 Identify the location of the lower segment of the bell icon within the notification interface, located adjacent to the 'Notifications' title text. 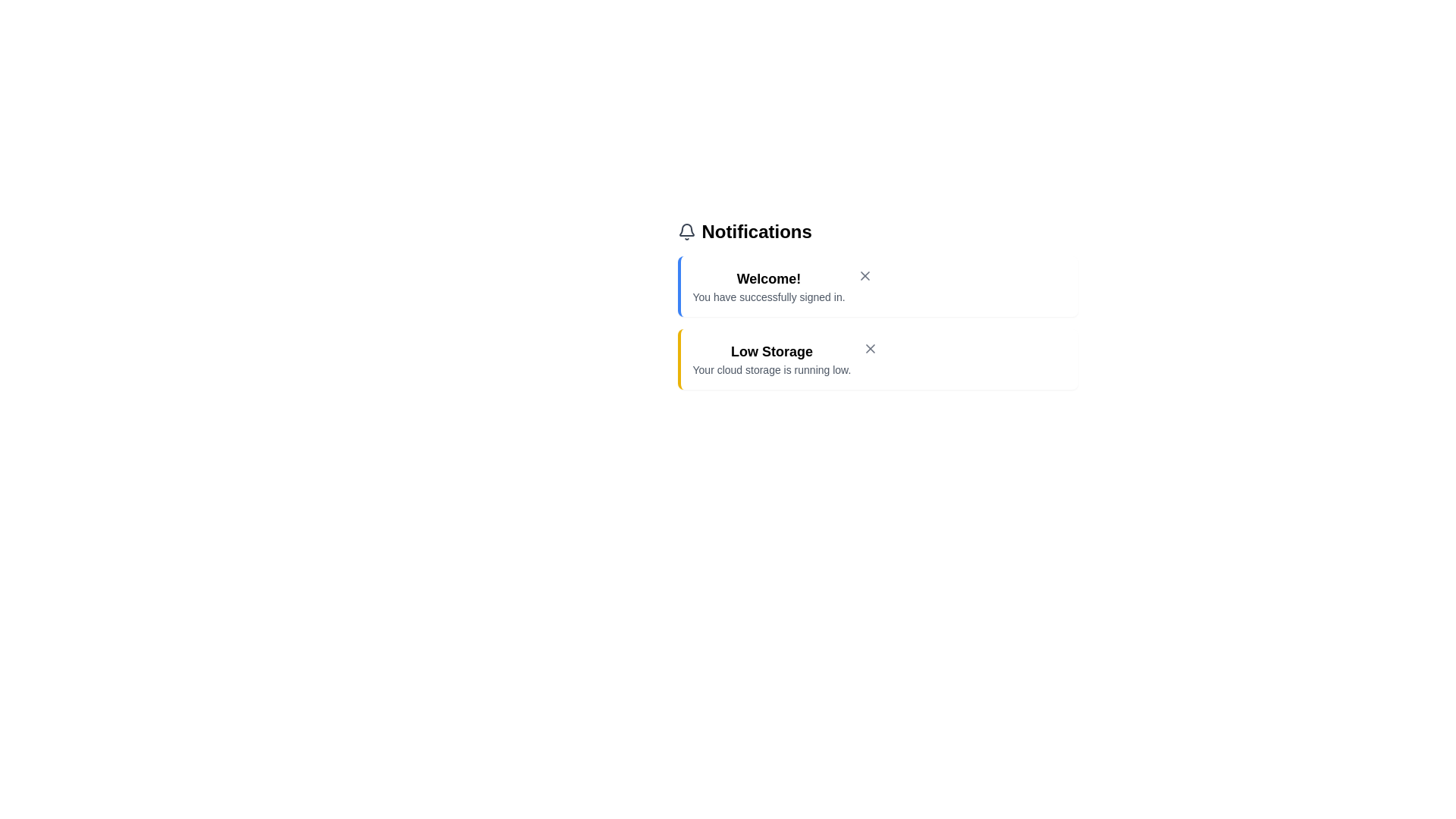
(686, 230).